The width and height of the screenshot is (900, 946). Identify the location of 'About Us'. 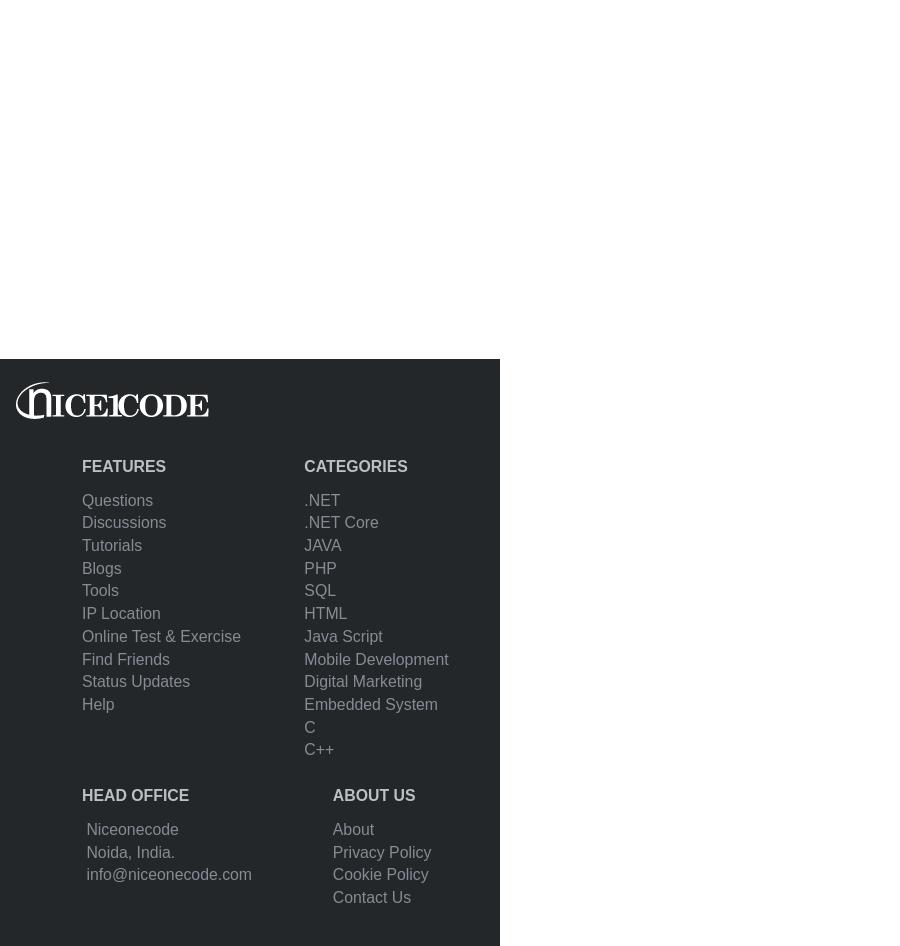
(373, 795).